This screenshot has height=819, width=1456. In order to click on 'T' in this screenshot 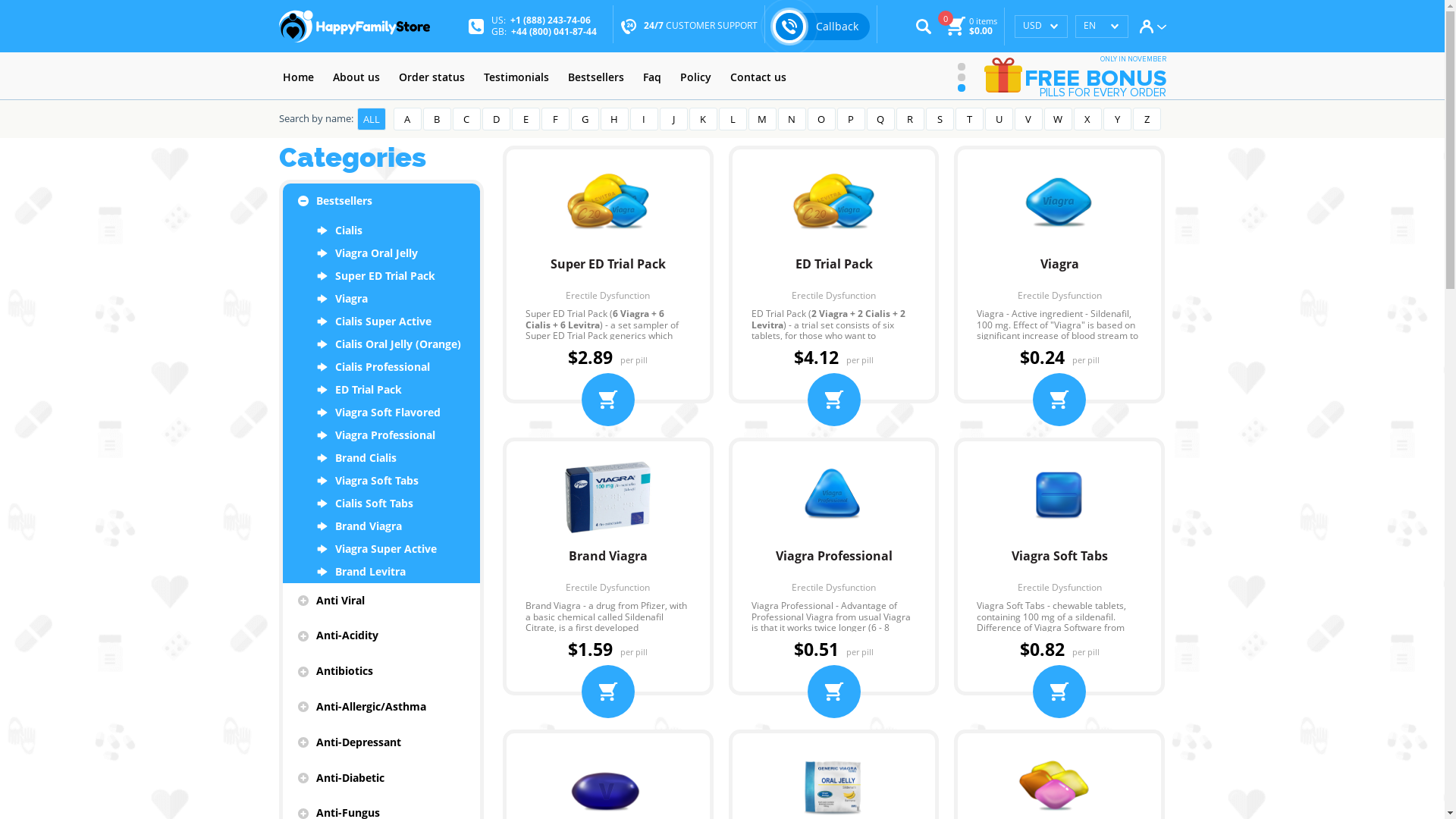, I will do `click(968, 118)`.